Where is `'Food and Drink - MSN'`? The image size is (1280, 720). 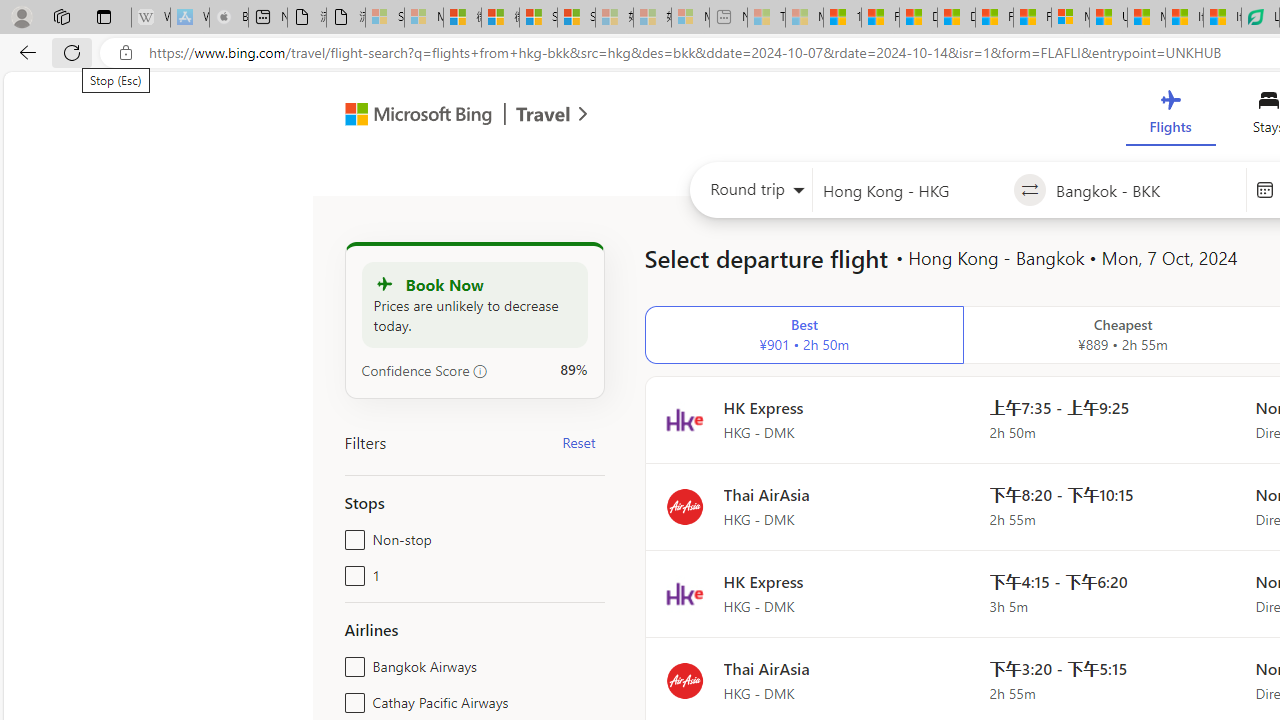
'Food and Drink - MSN' is located at coordinates (880, 17).